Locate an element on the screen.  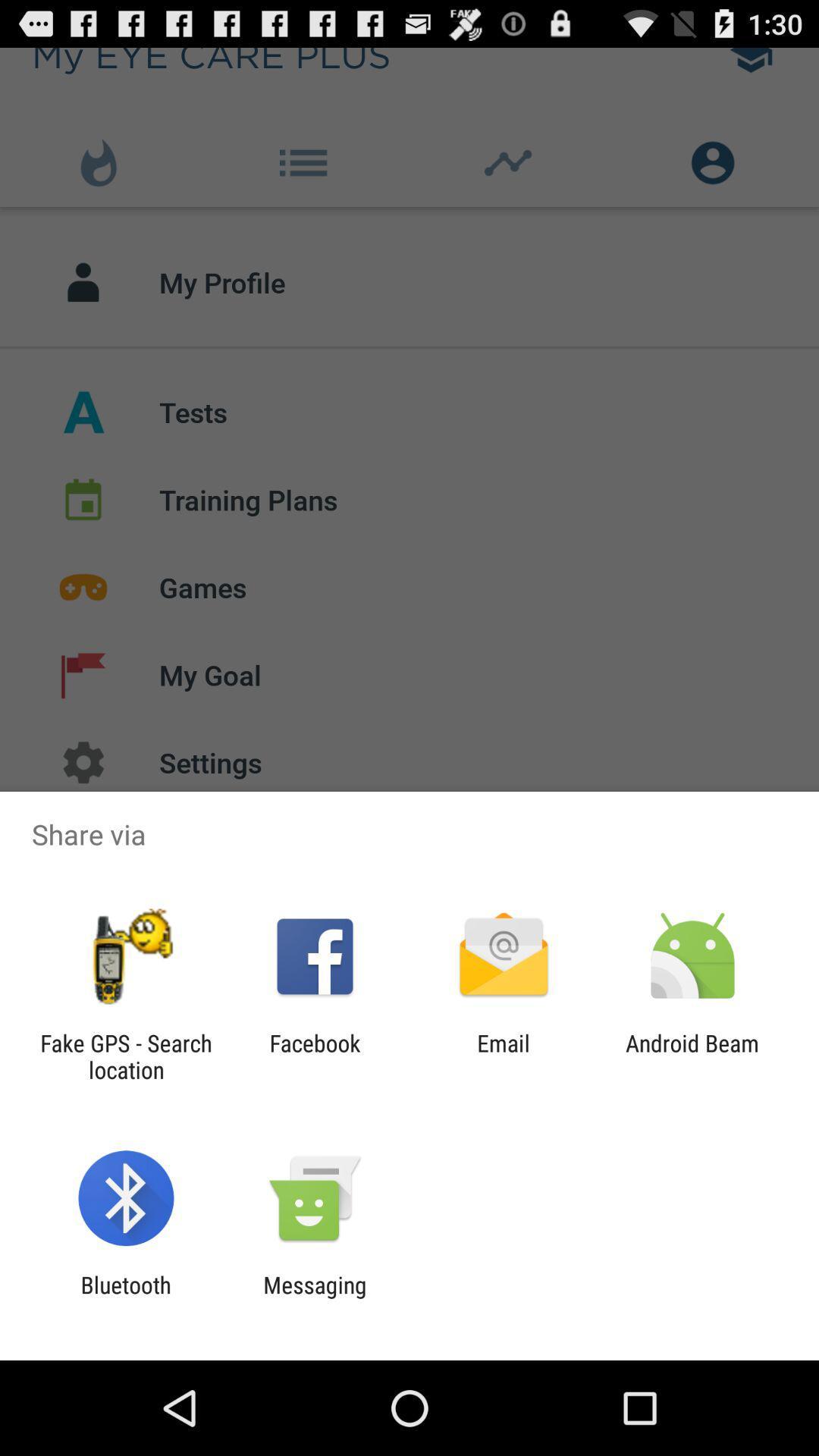
item to the left of facebook app is located at coordinates (125, 1056).